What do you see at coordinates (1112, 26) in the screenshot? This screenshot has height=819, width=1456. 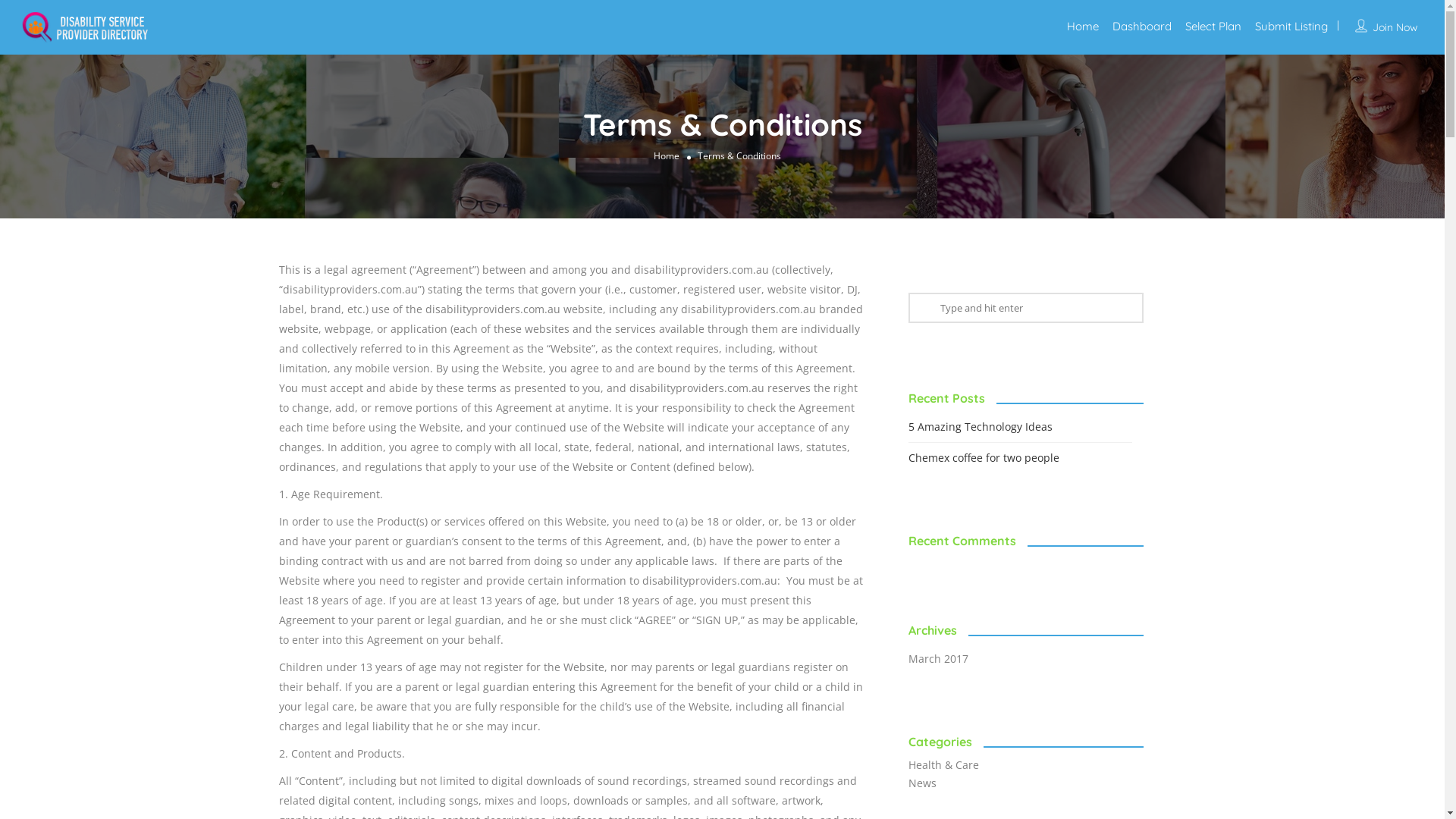 I see `'Dashboard'` at bounding box center [1112, 26].